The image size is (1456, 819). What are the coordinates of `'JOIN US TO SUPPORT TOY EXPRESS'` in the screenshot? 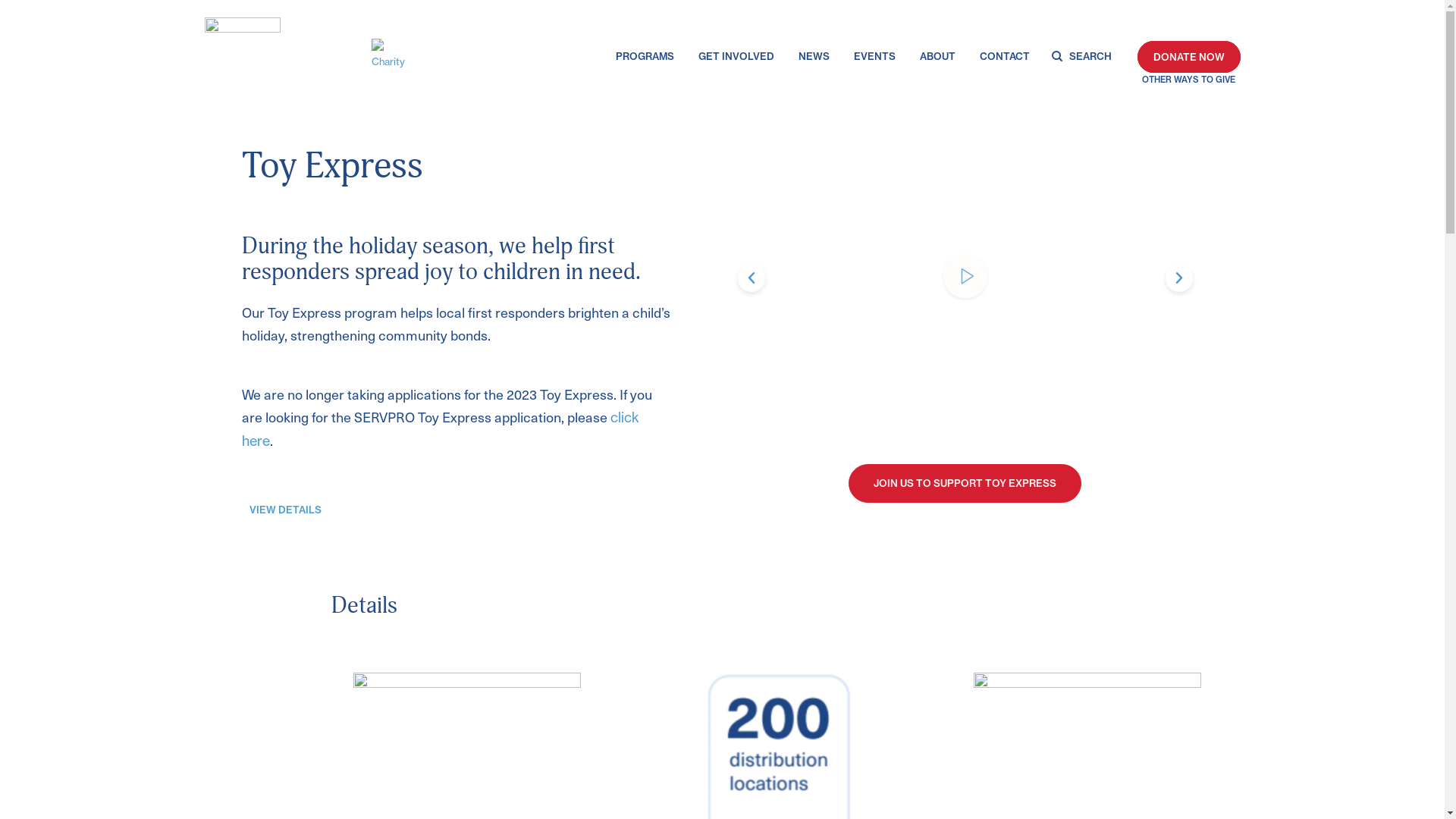 It's located at (964, 483).